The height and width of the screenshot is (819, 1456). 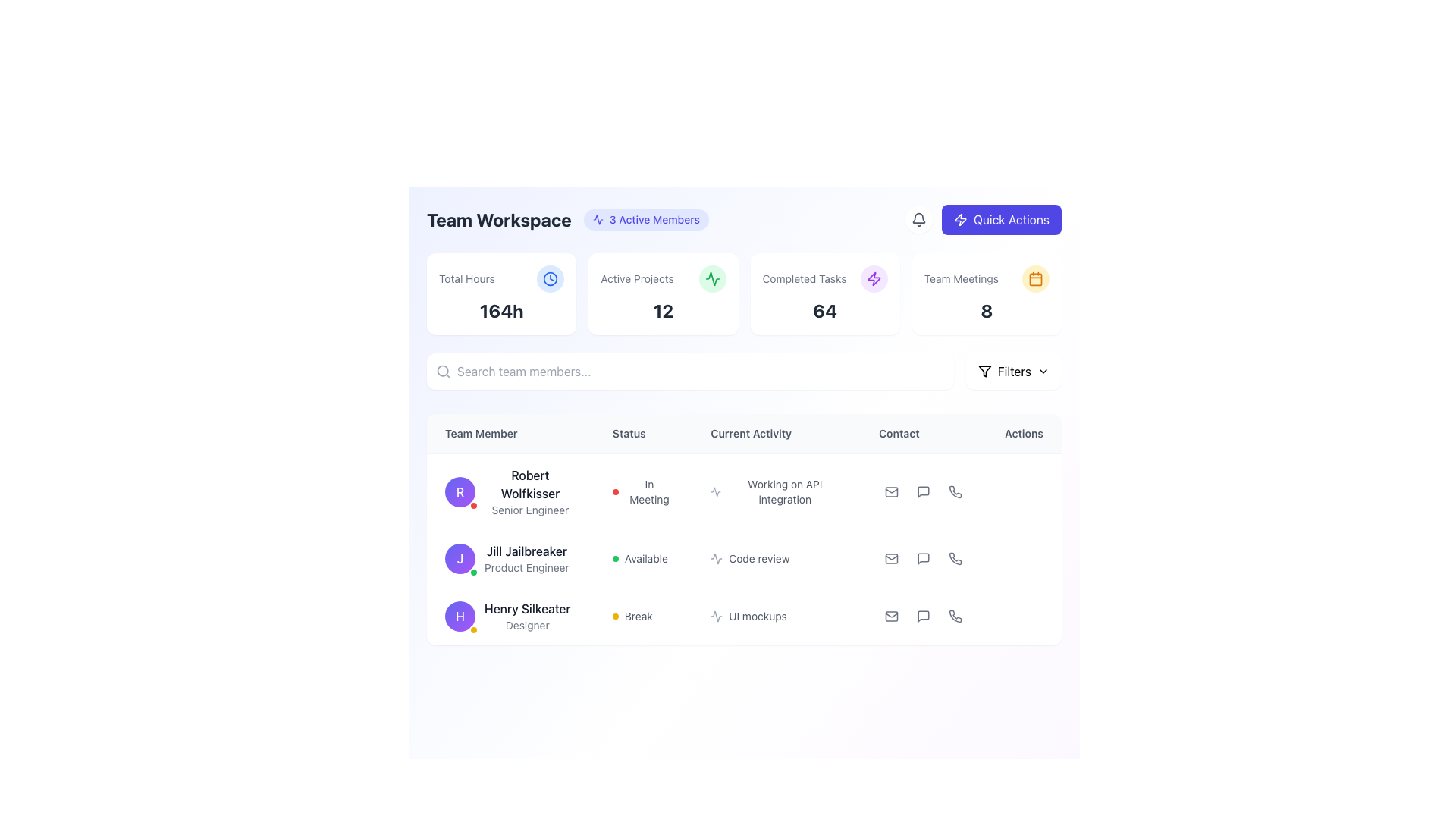 What do you see at coordinates (923, 617) in the screenshot?
I see `the chat bubble icon button in the 'Actions' column for 'Henry Silkeater' in the 'Team Members' table` at bounding box center [923, 617].